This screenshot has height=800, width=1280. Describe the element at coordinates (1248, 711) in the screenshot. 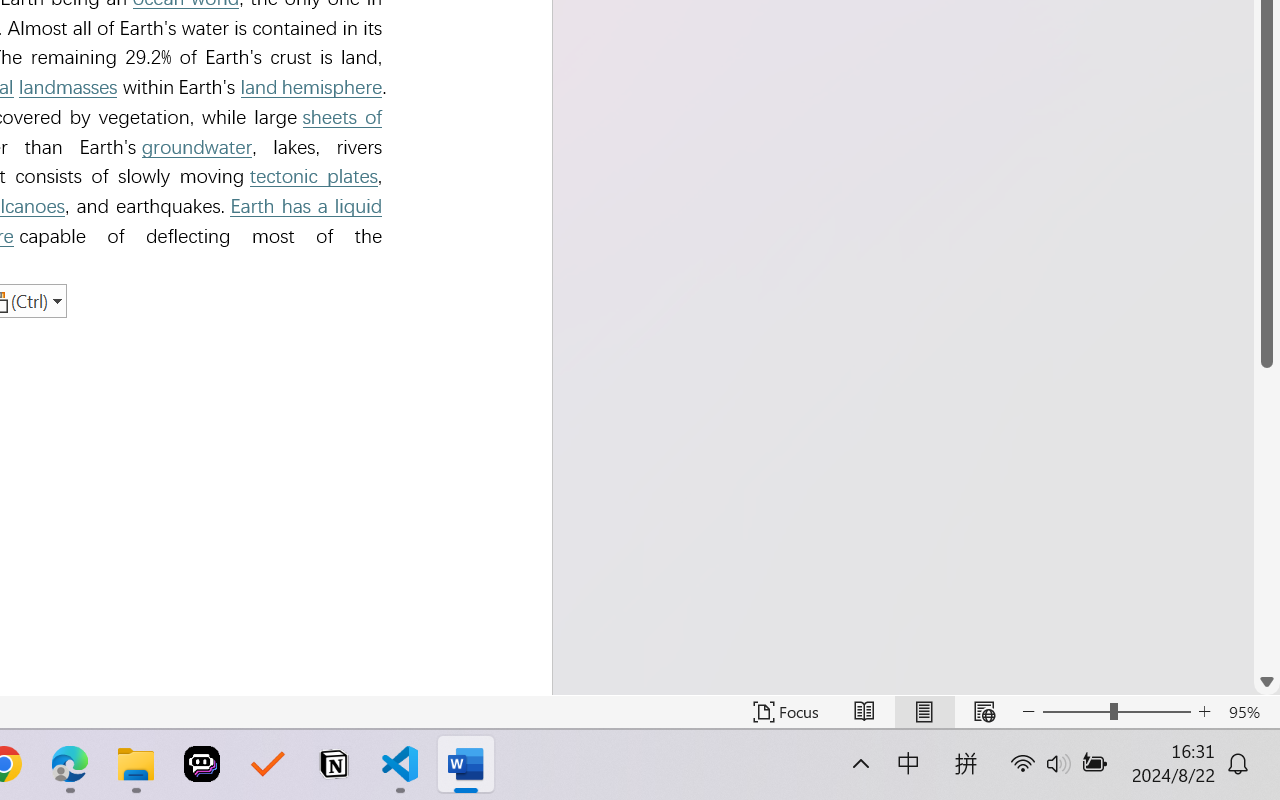

I see `'Zoom 95%'` at that location.